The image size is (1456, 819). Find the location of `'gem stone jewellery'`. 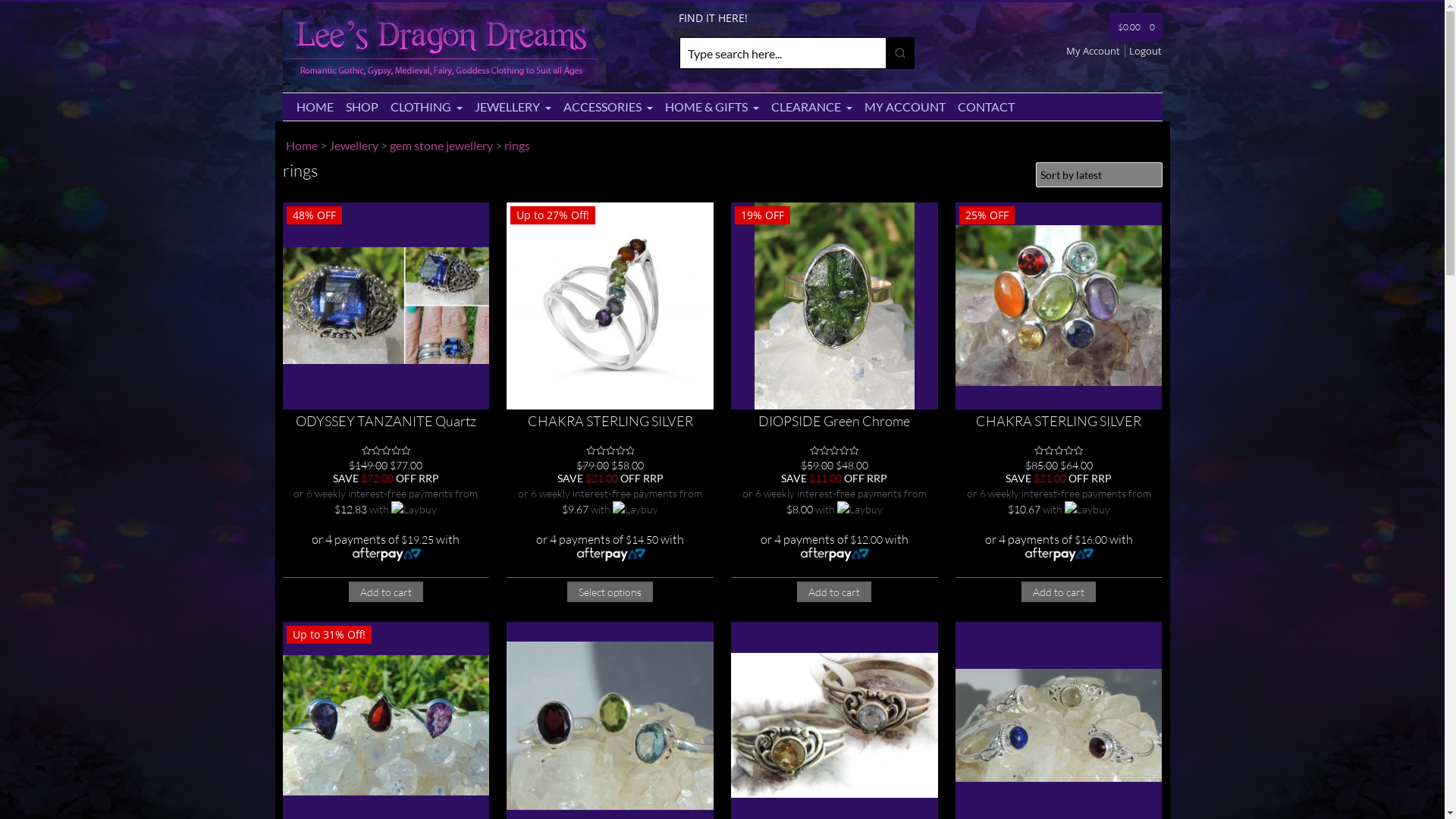

'gem stone jewellery' is located at coordinates (389, 145).